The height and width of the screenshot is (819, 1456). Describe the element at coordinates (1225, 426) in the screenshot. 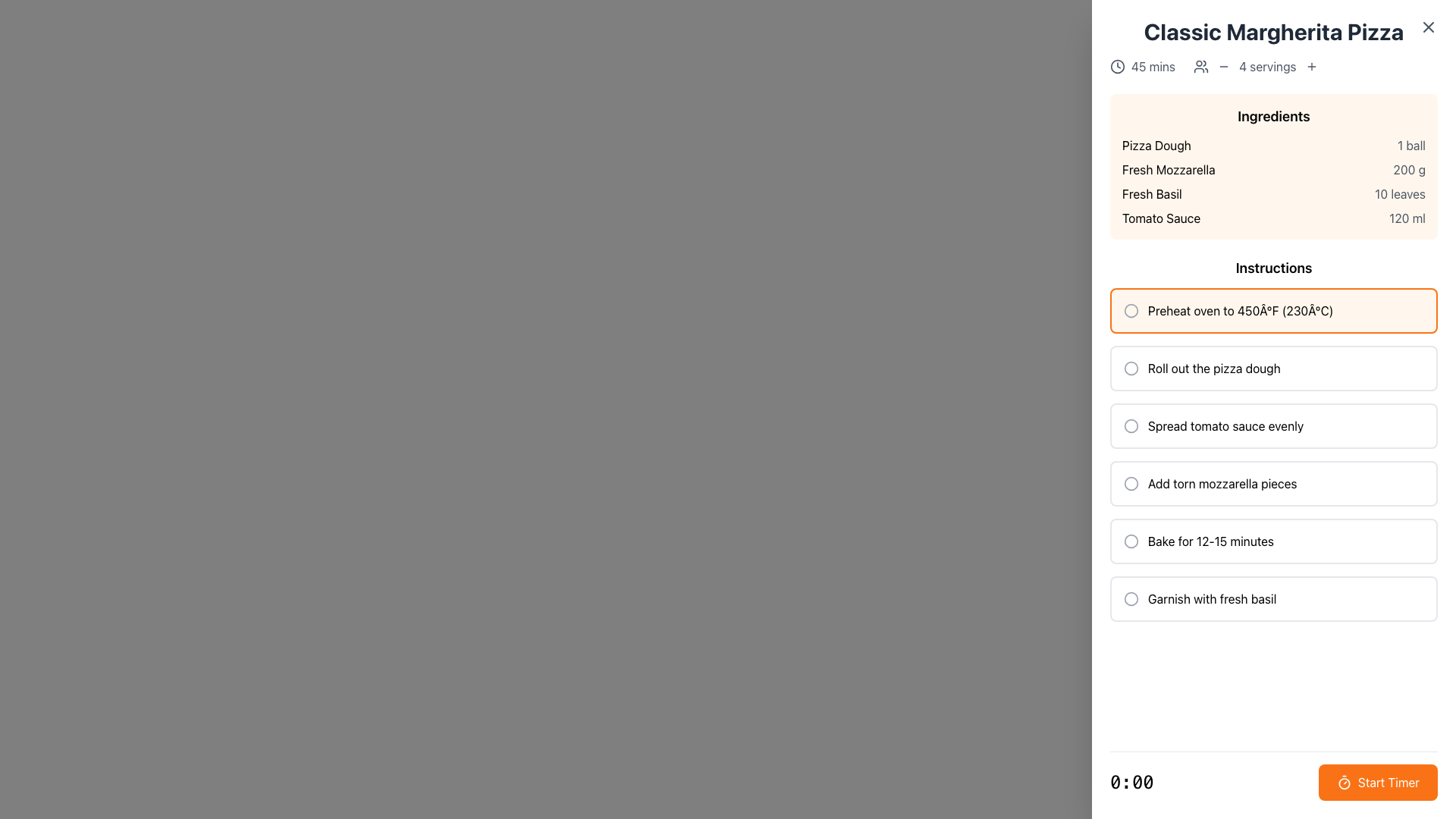

I see `the text label that reads 'Spread tomato sauce evenly', which is the third step in the 'Instructions' list on the right panel of the interface` at that location.